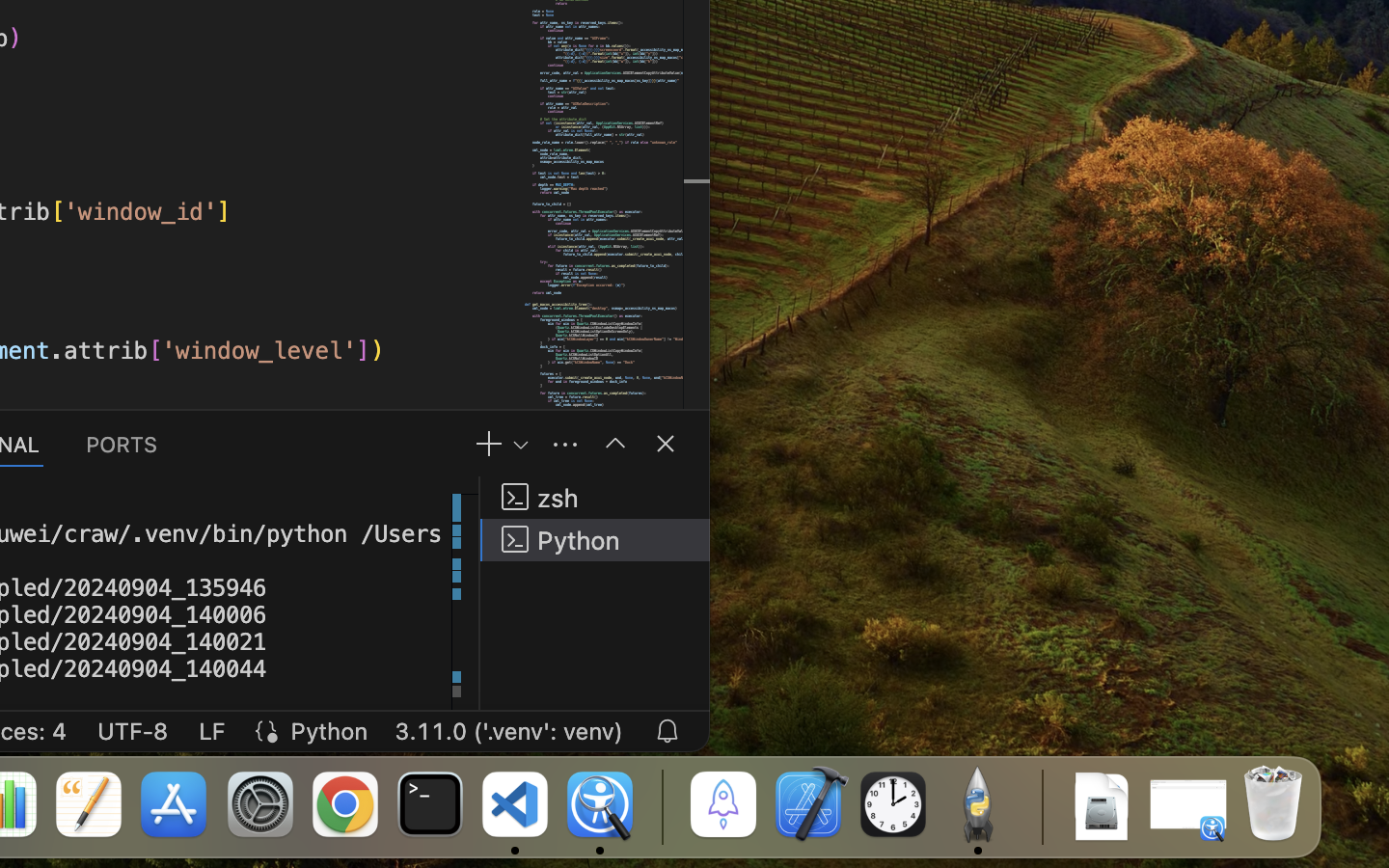  What do you see at coordinates (614, 442) in the screenshot?
I see `''` at bounding box center [614, 442].